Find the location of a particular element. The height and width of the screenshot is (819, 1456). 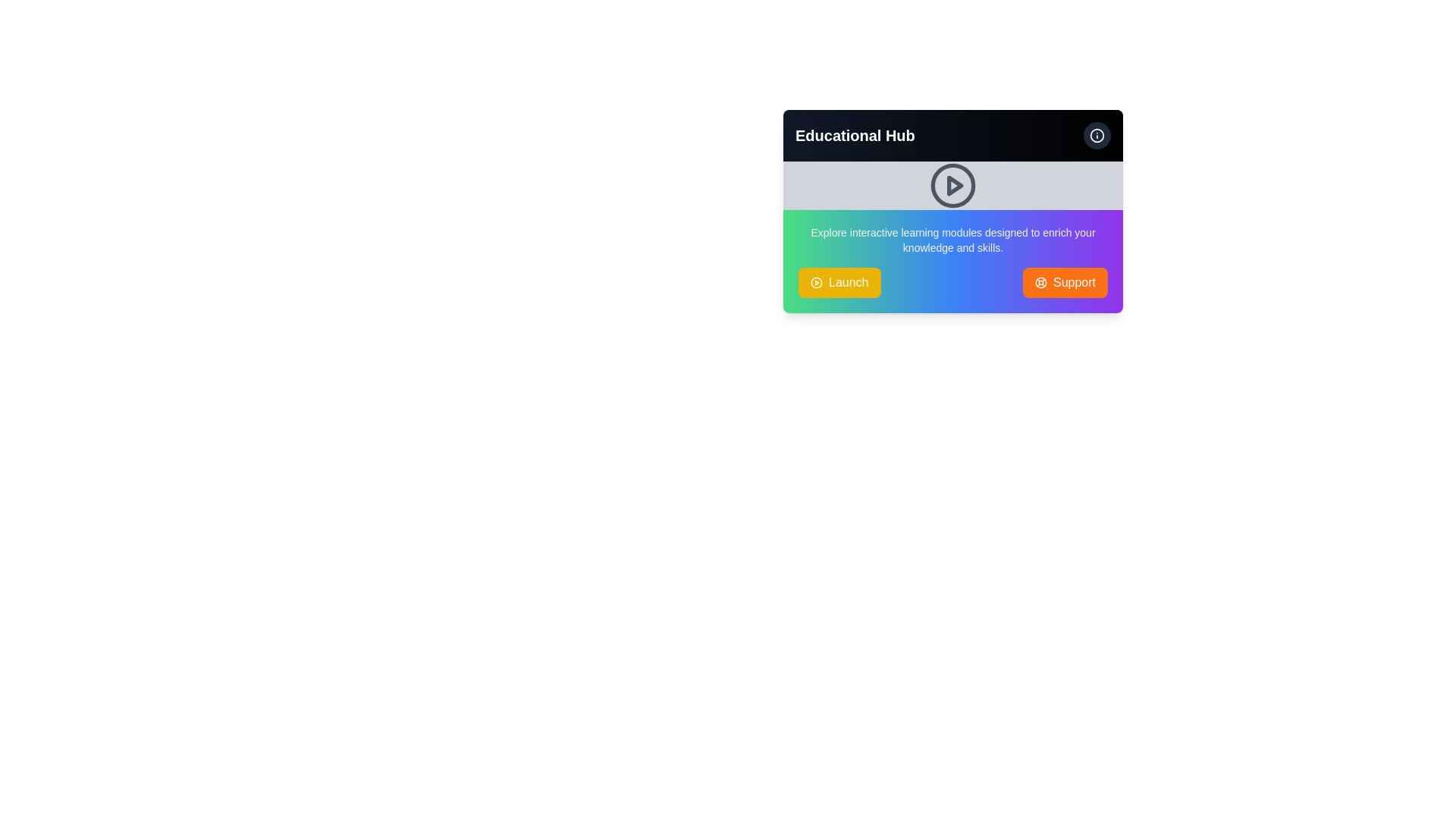

the play icon on the educational card located in the top-right area of the interface is located at coordinates (952, 211).